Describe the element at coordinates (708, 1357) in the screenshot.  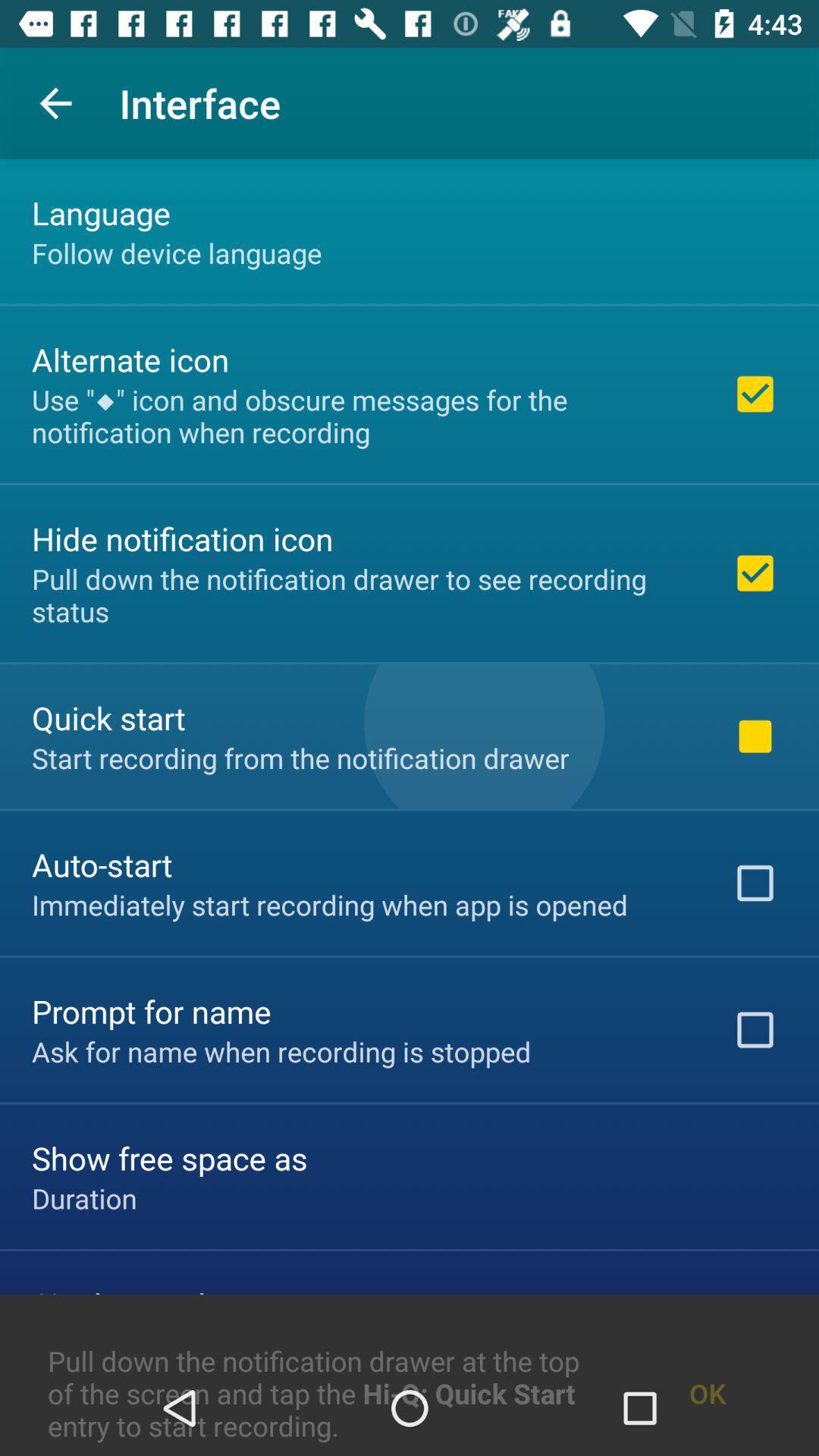
I see `the item to the right of the pull down the icon` at that location.